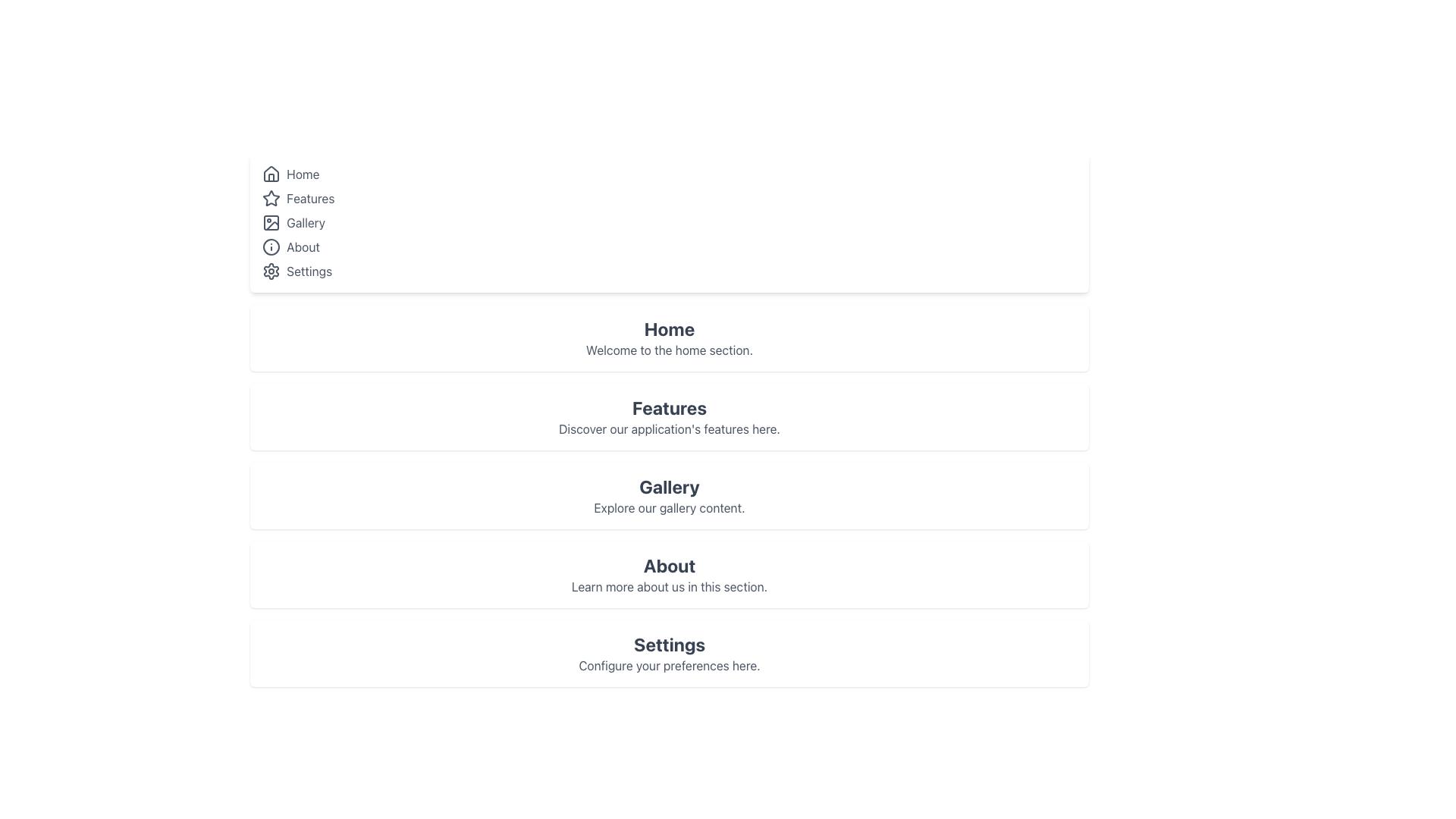  Describe the element at coordinates (271, 174) in the screenshot. I see `the Home icon in the navigation menu` at that location.